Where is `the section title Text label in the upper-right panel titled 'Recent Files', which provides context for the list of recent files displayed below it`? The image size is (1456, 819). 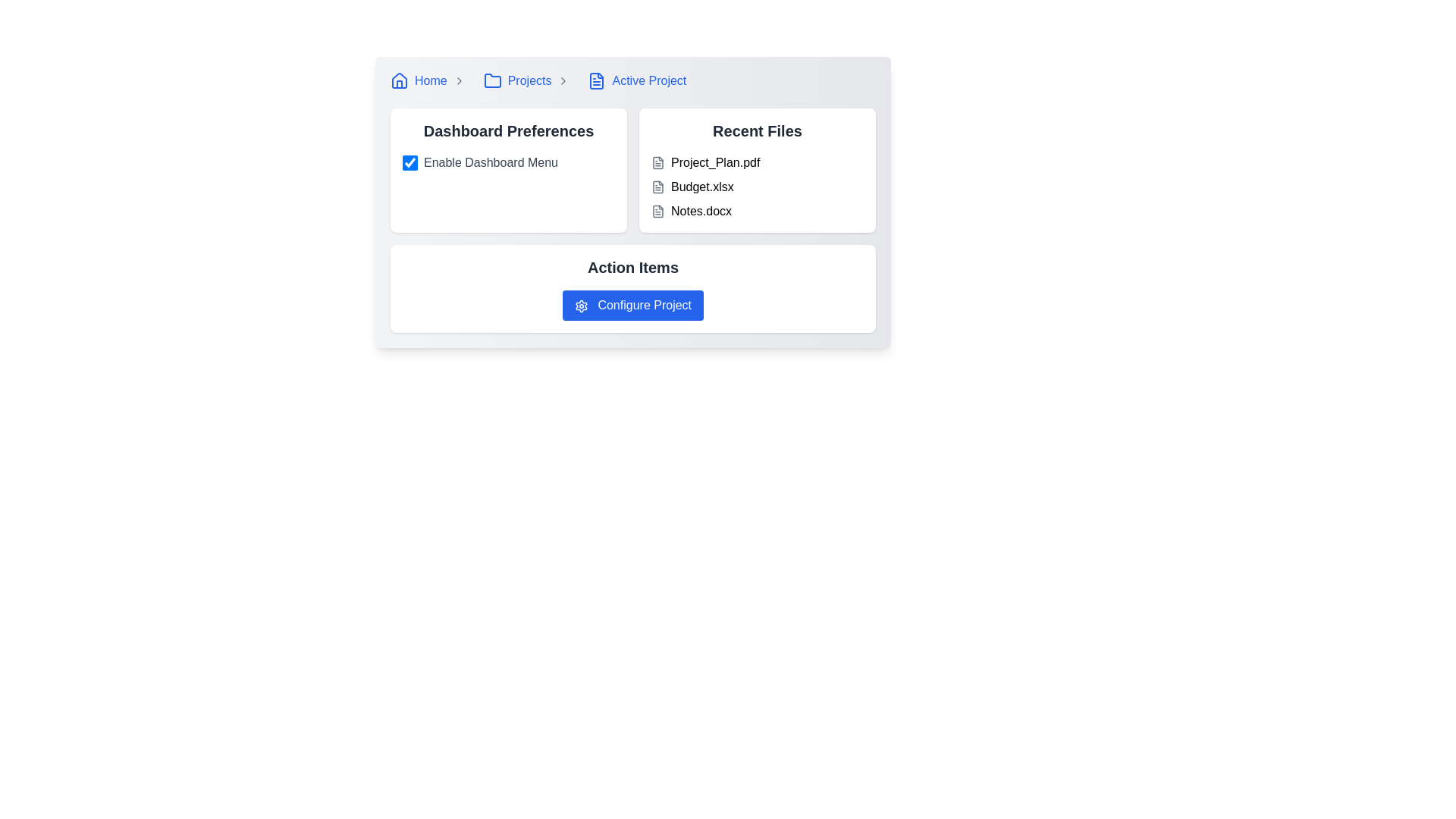 the section title Text label in the upper-right panel titled 'Recent Files', which provides context for the list of recent files displayed below it is located at coordinates (757, 130).